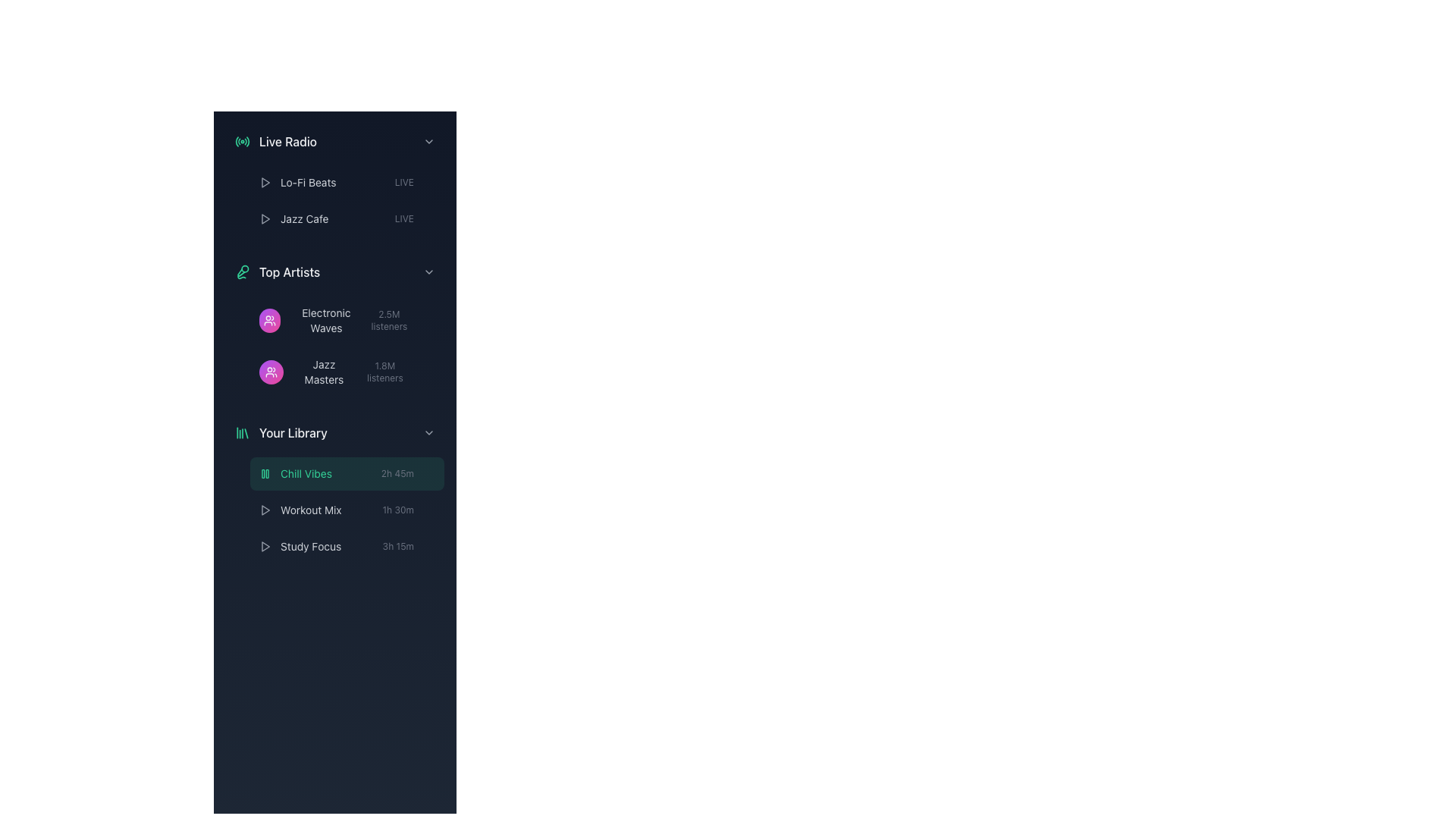 Image resolution: width=1456 pixels, height=819 pixels. I want to click on the 'Top Artists' labeled list item, so click(334, 271).